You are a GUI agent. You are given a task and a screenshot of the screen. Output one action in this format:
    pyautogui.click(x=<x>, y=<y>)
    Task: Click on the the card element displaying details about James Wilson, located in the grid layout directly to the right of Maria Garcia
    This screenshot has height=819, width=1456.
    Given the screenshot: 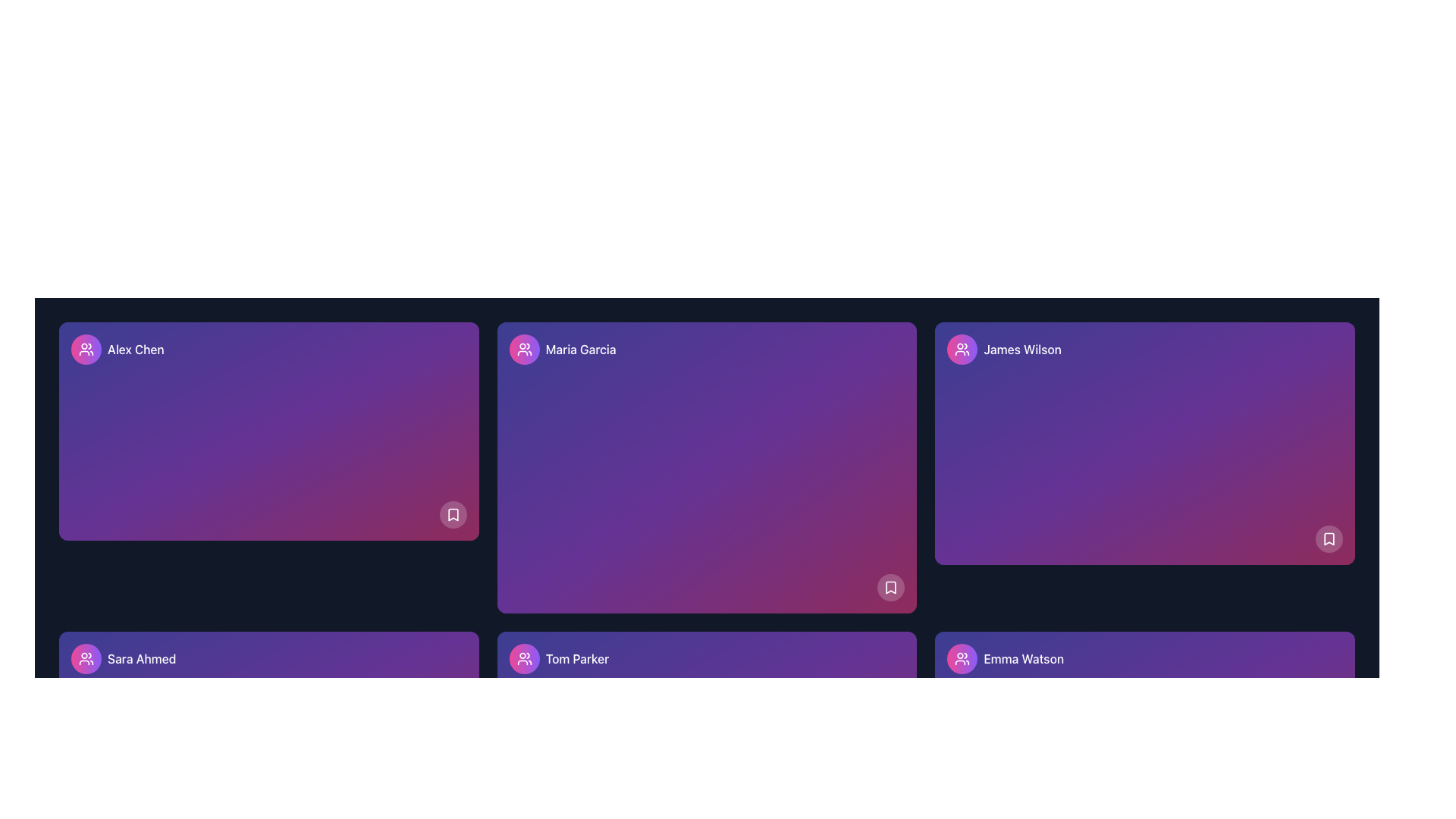 What is the action you would take?
    pyautogui.click(x=1145, y=444)
    